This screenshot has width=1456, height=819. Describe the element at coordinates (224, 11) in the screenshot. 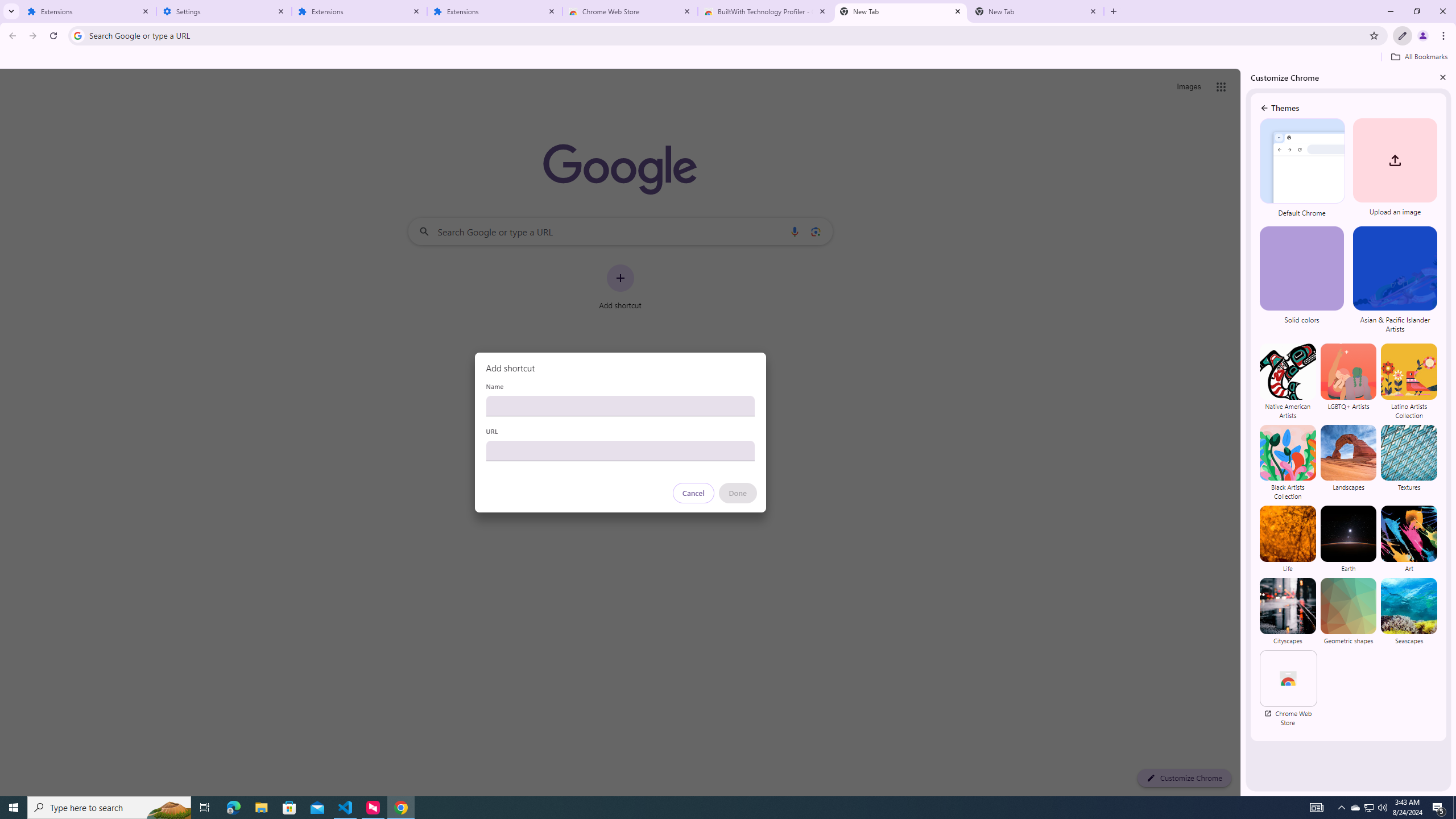

I see `'Settings'` at that location.